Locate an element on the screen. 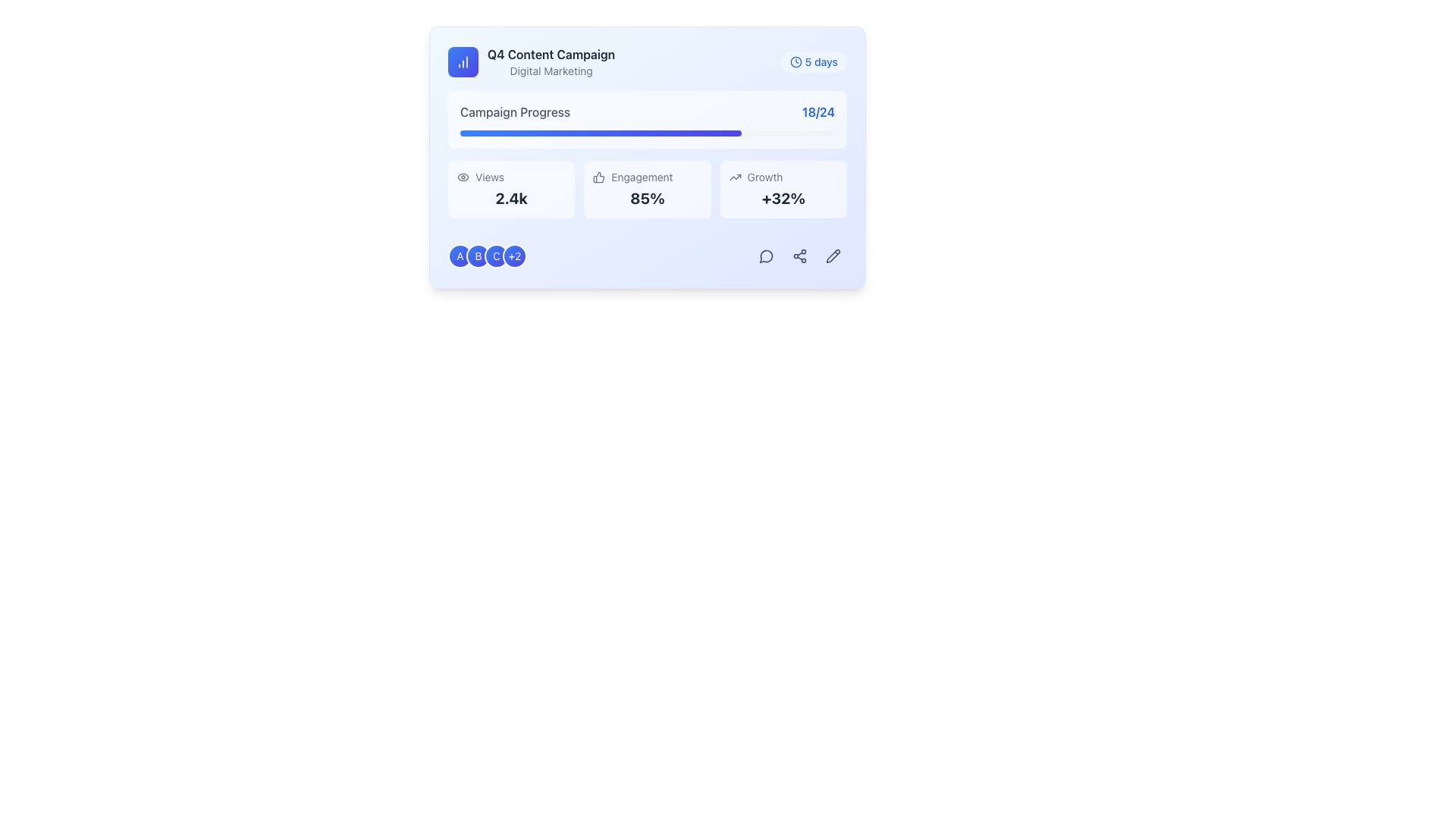  the composite informational header element that provides the title 'Q4 Content Campaign' and its category 'Digital Marketing' is located at coordinates (532, 61).